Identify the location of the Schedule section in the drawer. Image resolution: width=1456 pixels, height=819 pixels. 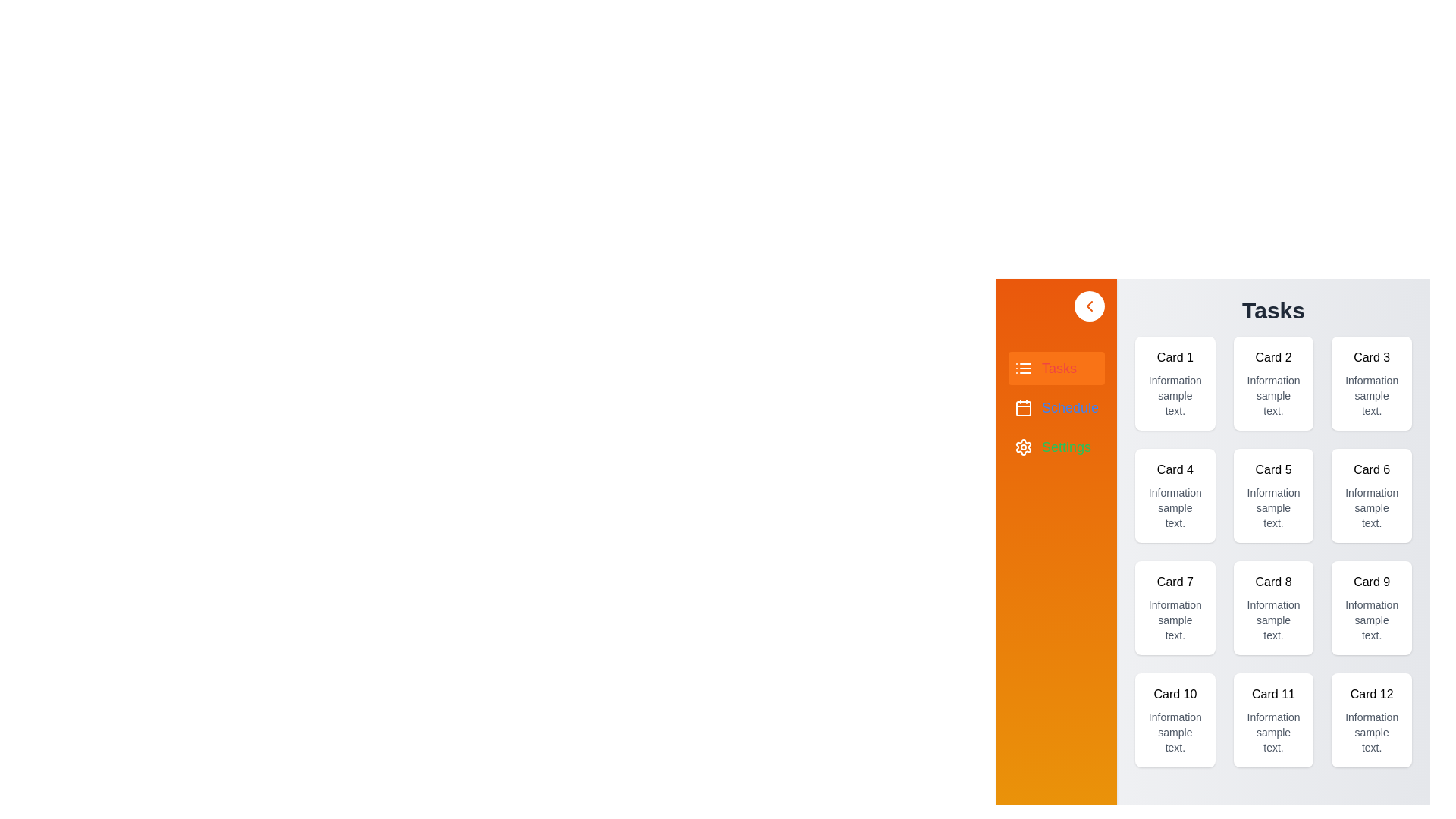
(1055, 406).